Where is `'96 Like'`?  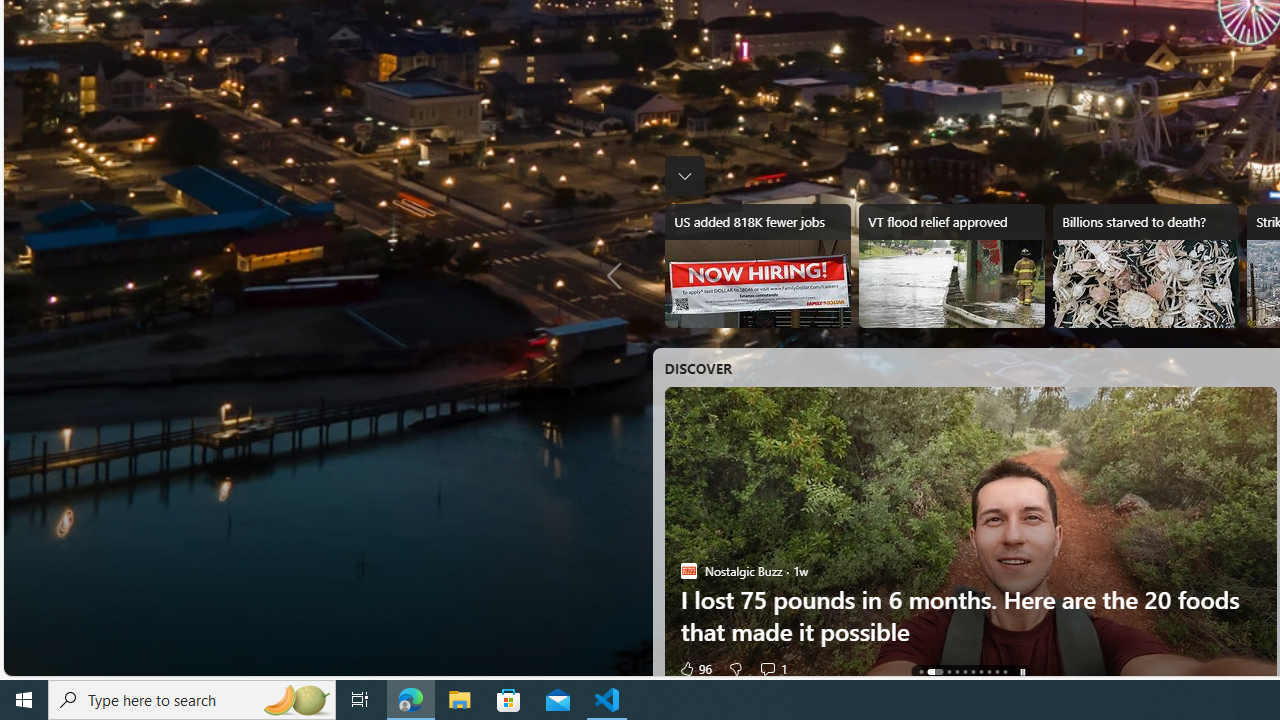
'96 Like' is located at coordinates (694, 668).